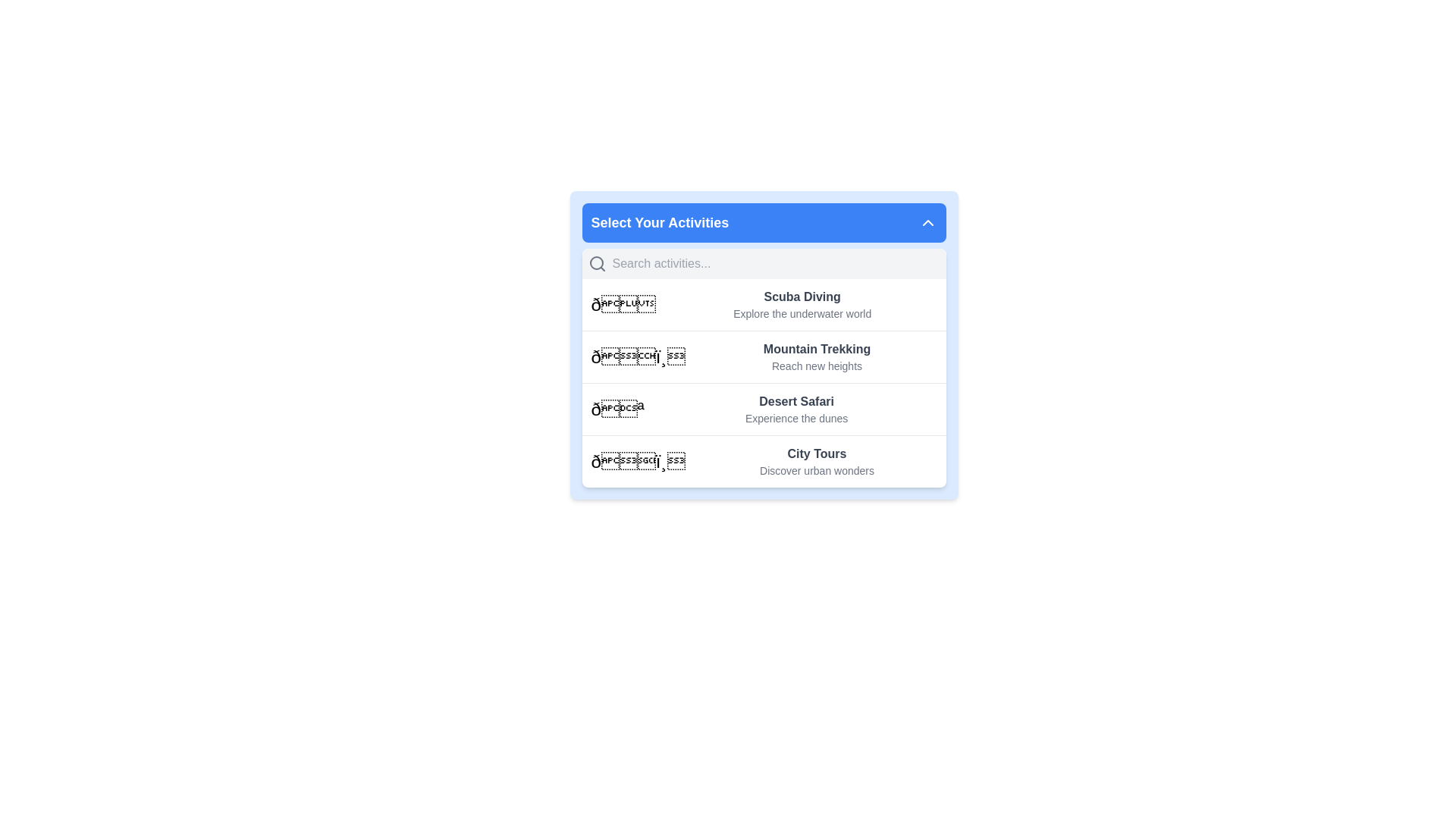  What do you see at coordinates (764, 356) in the screenshot?
I see `informational text contained in the 'Mountain Trekking' list item, which is located in the second row of the vertical list structure` at bounding box center [764, 356].